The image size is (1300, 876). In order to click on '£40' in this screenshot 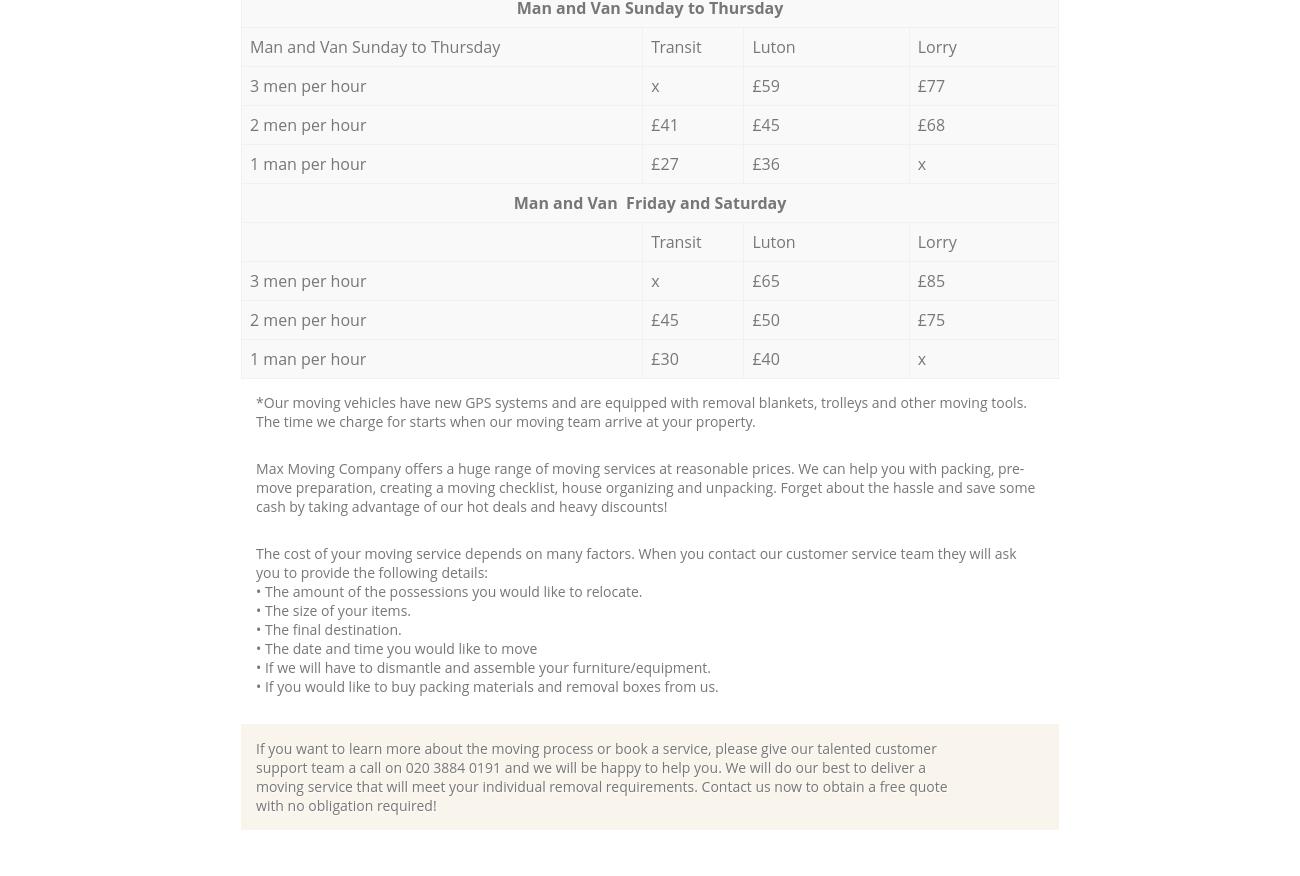, I will do `click(764, 357)`.